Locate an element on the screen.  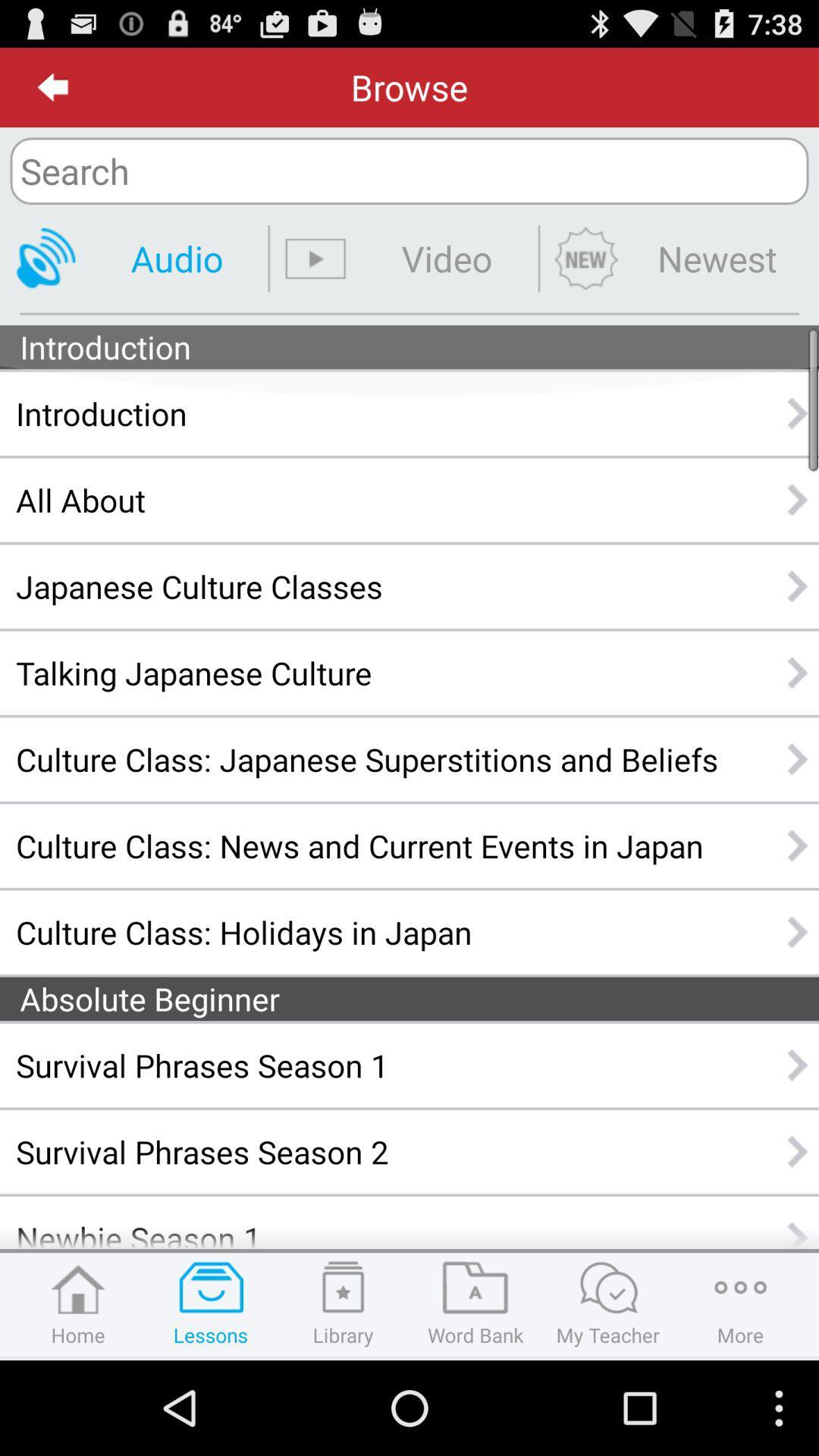
home right to lessons is located at coordinates (78, 1304).